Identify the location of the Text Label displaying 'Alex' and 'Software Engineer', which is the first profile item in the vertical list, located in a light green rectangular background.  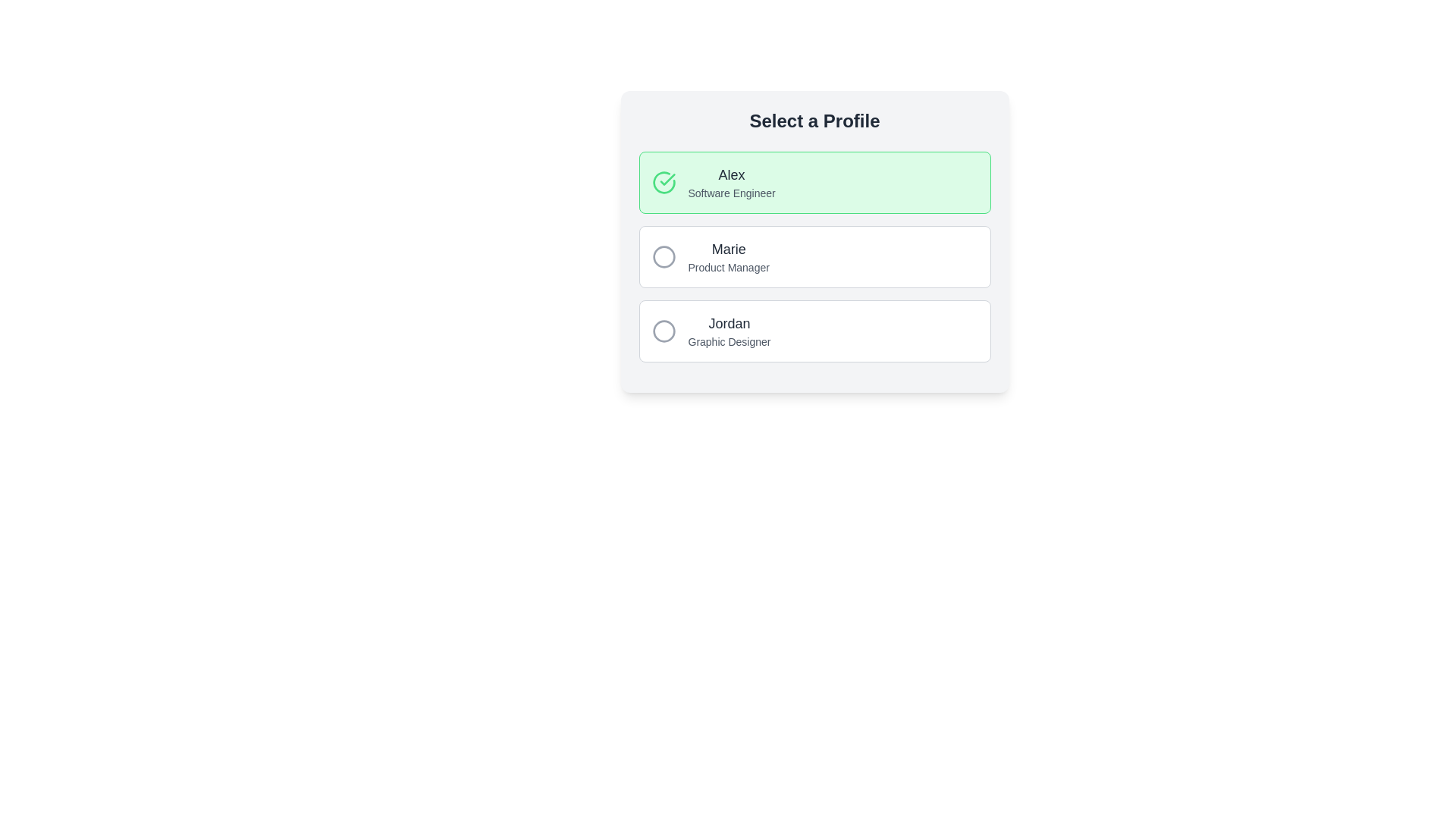
(732, 181).